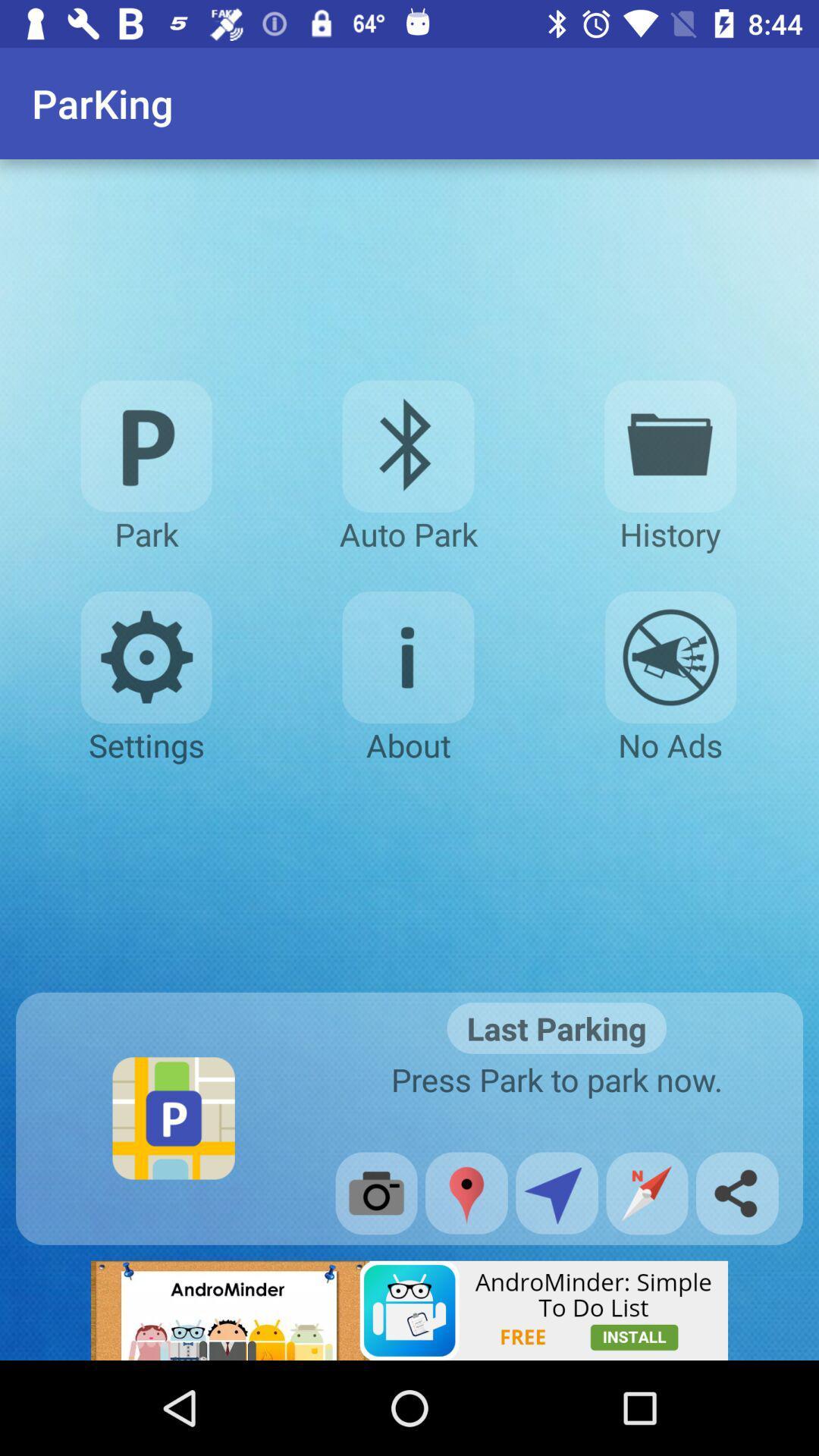  I want to click on the location, so click(466, 1192).